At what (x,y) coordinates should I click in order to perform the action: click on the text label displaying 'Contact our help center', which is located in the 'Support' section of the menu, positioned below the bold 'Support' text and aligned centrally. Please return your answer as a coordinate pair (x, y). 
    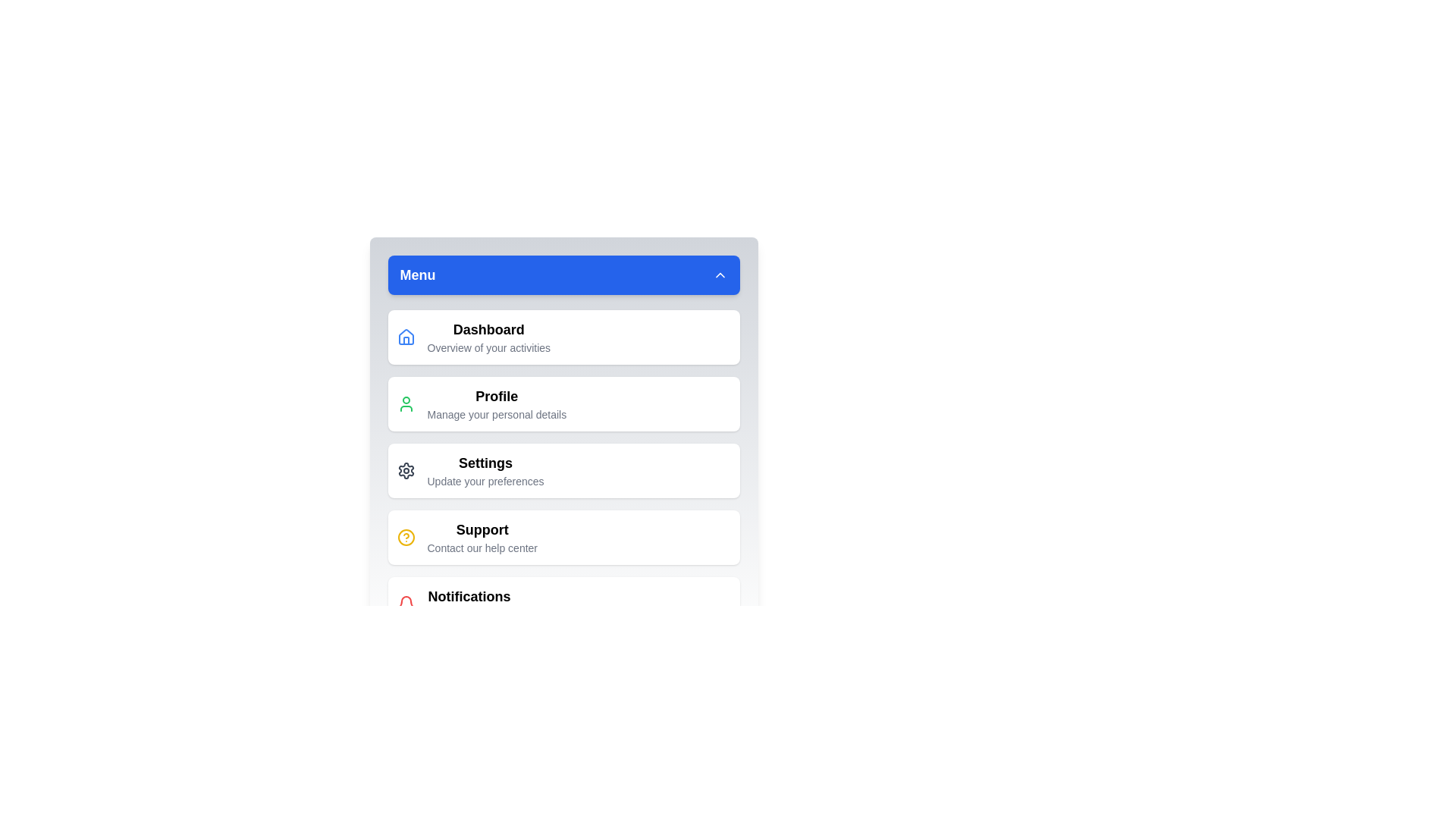
    Looking at the image, I should click on (482, 548).